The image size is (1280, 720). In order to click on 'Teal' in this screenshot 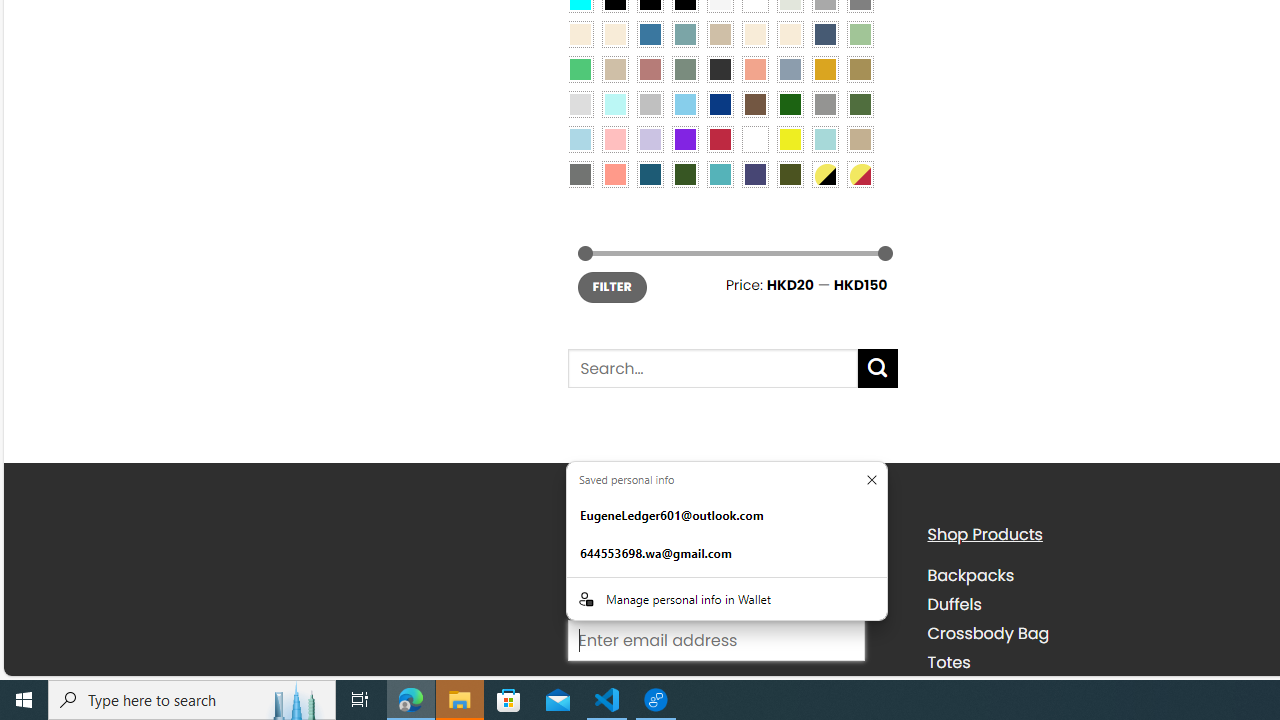, I will do `click(720, 173)`.